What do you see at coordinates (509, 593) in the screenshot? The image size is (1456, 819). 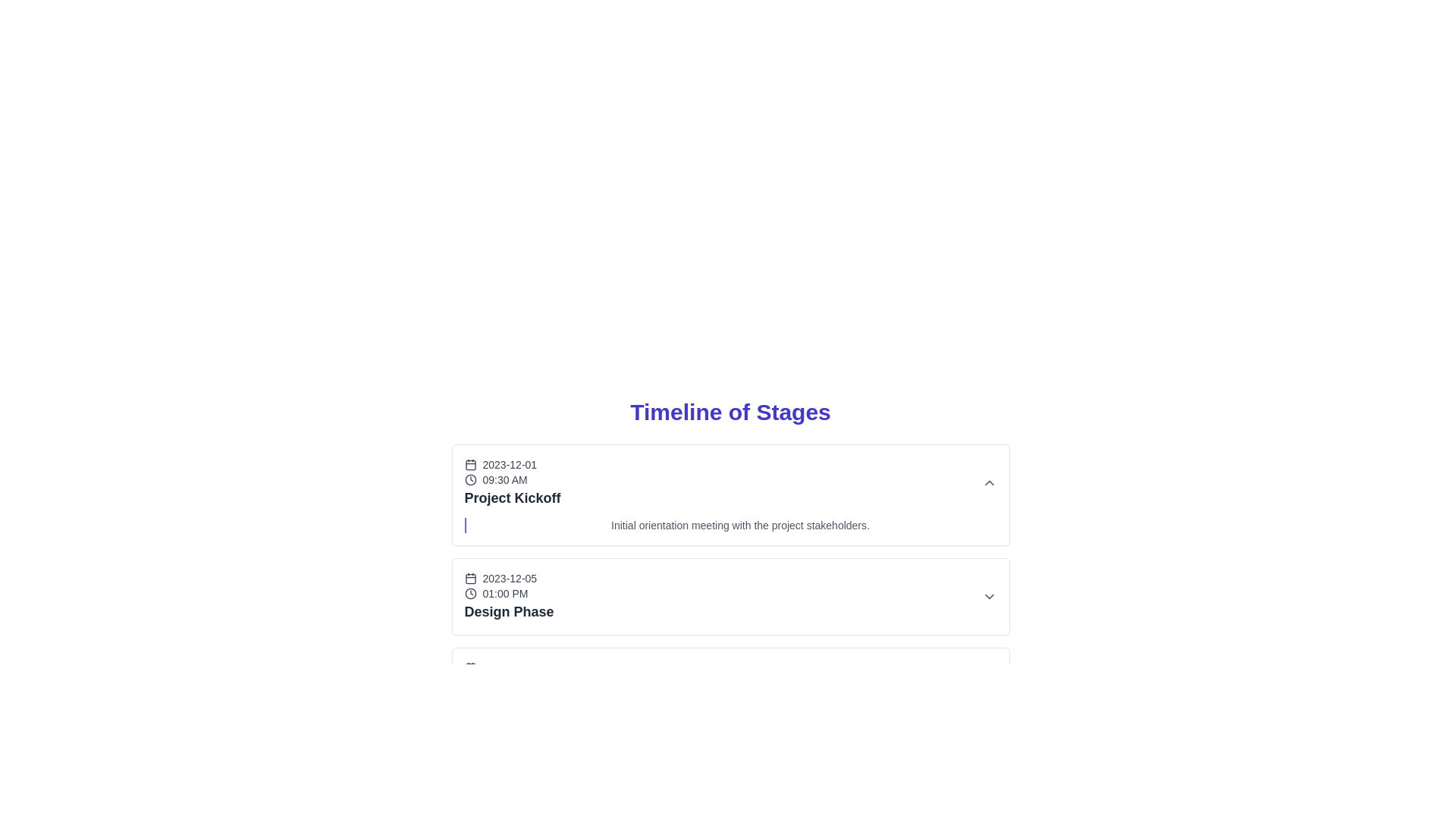 I see `the Text display indicating the time for the 'Design Phase' stage in the timeline, located beneath '2023-12-05' and to the right of the clock icon` at bounding box center [509, 593].